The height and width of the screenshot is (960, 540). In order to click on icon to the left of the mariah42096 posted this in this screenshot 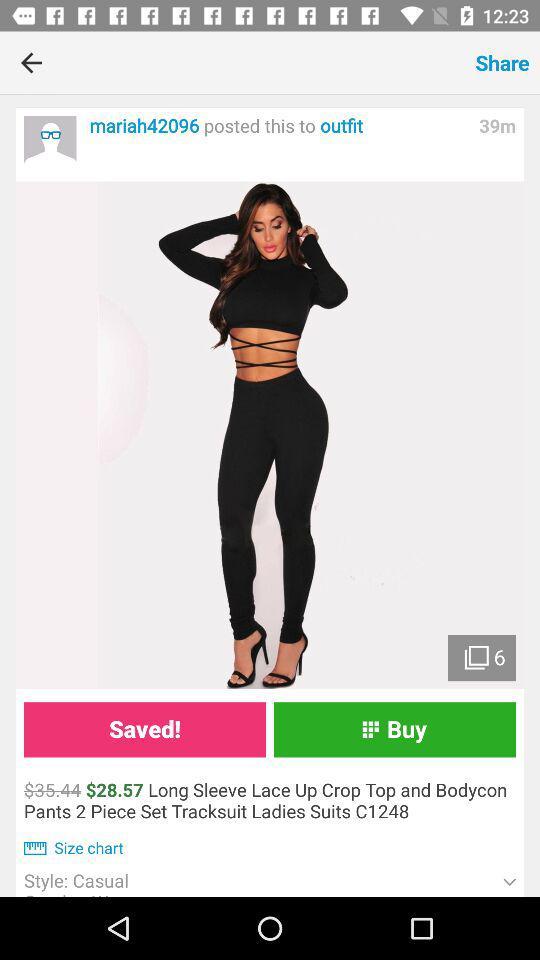, I will do `click(50, 141)`.